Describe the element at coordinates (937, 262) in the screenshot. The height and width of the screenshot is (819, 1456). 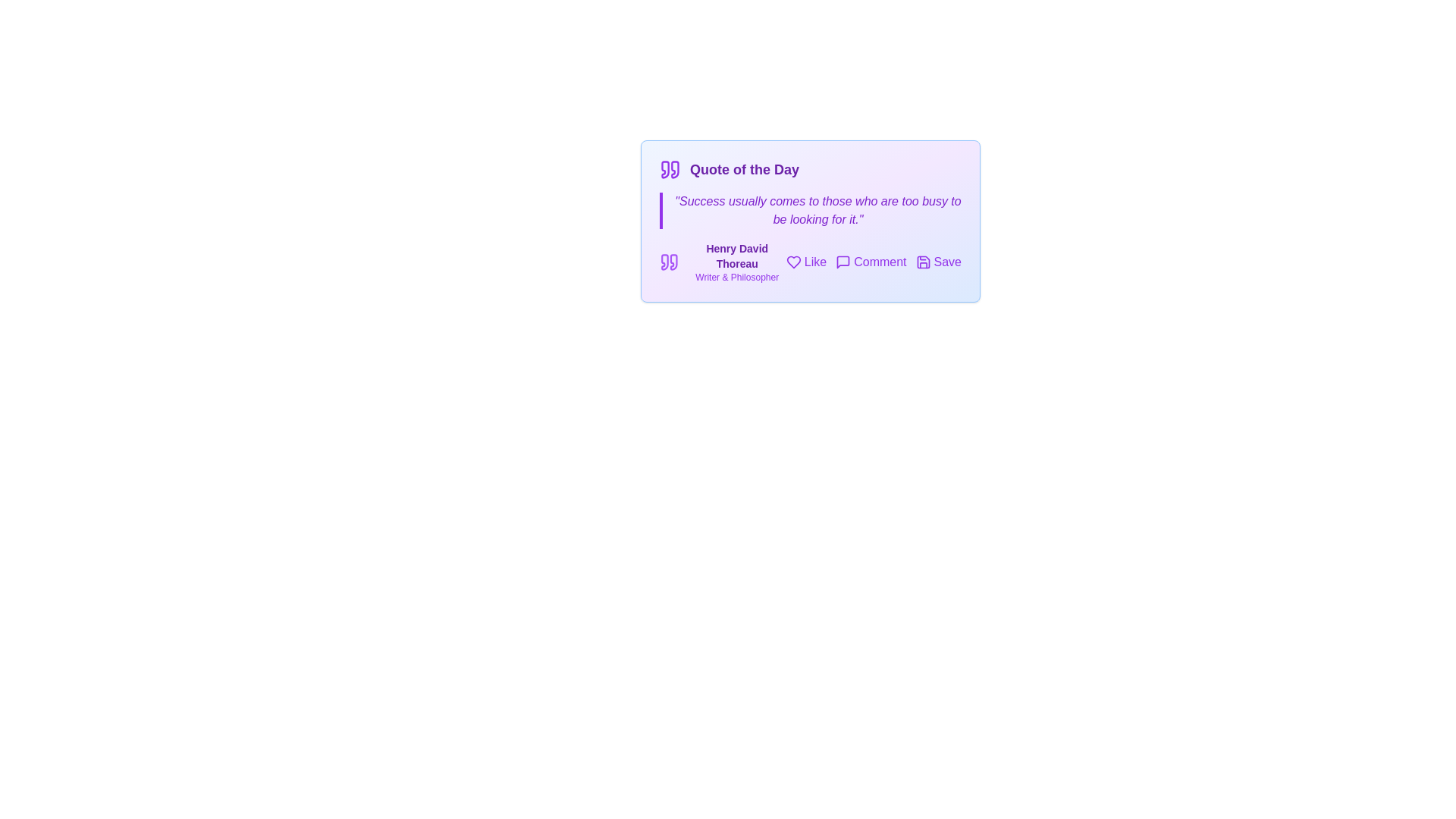
I see `the 'Save' button, which is the third button` at that location.